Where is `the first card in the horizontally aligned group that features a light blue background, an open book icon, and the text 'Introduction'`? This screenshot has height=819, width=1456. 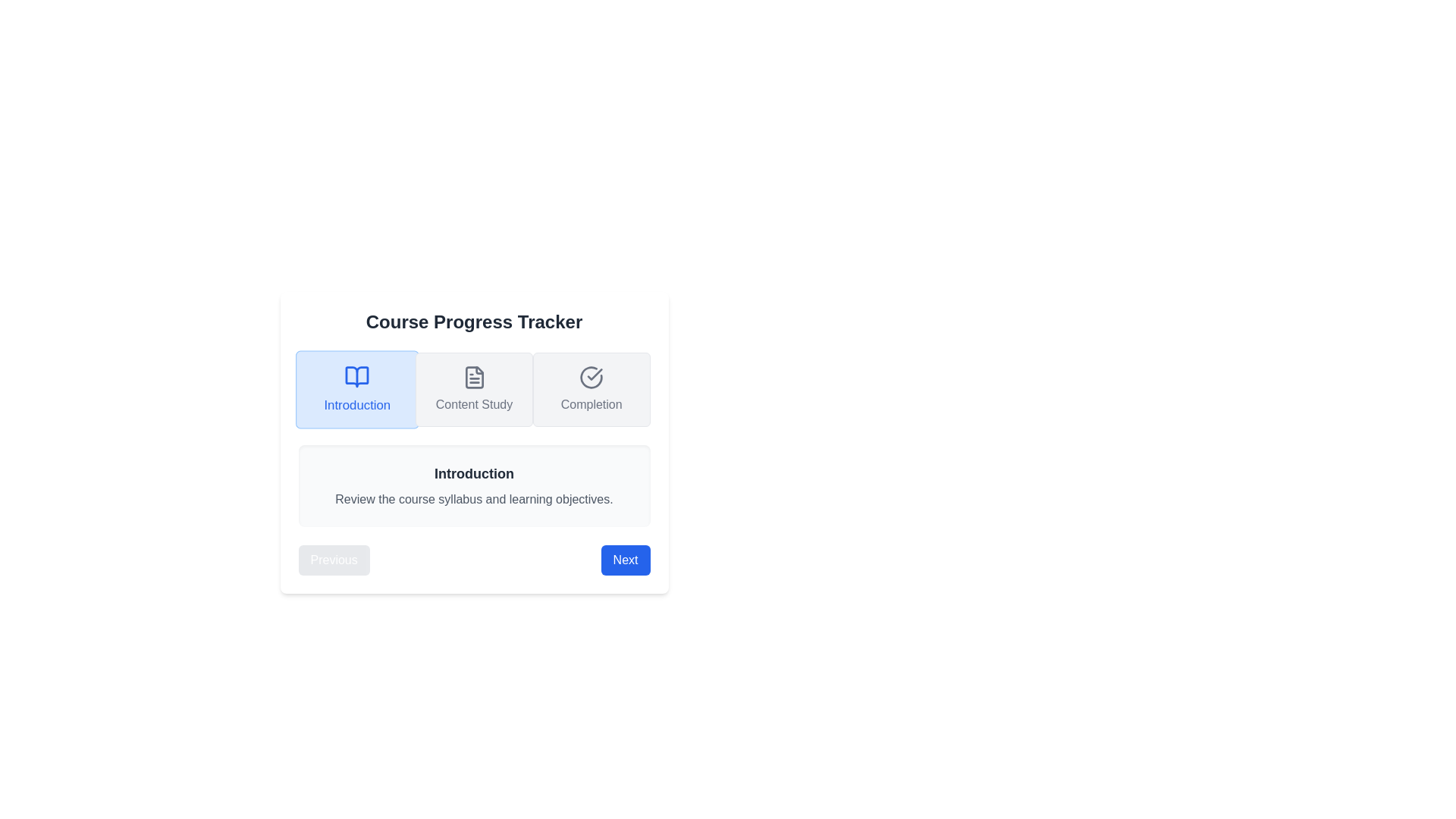 the first card in the horizontally aligned group that features a light blue background, an open book icon, and the text 'Introduction' is located at coordinates (356, 388).